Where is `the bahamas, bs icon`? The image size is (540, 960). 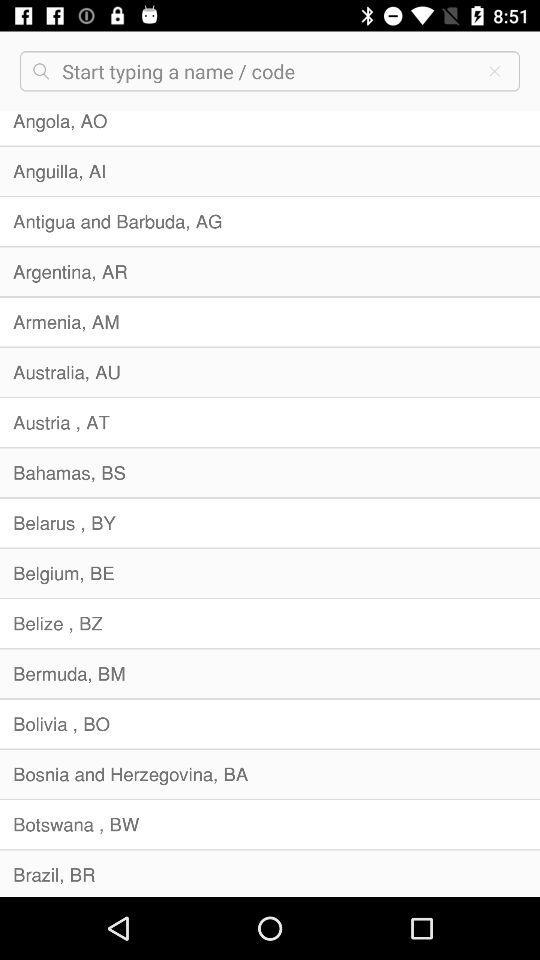
the bahamas, bs icon is located at coordinates (270, 472).